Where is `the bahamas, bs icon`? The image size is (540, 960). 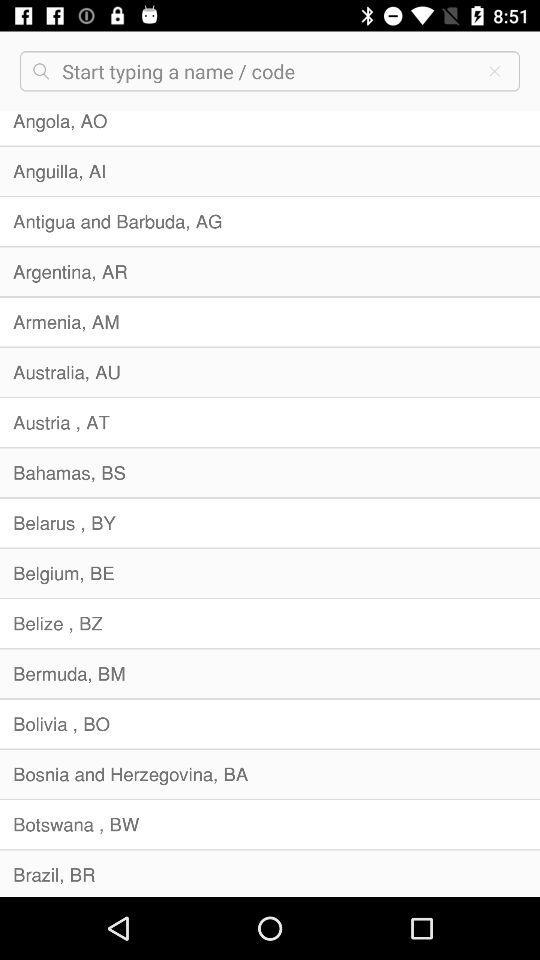
the bahamas, bs icon is located at coordinates (270, 472).